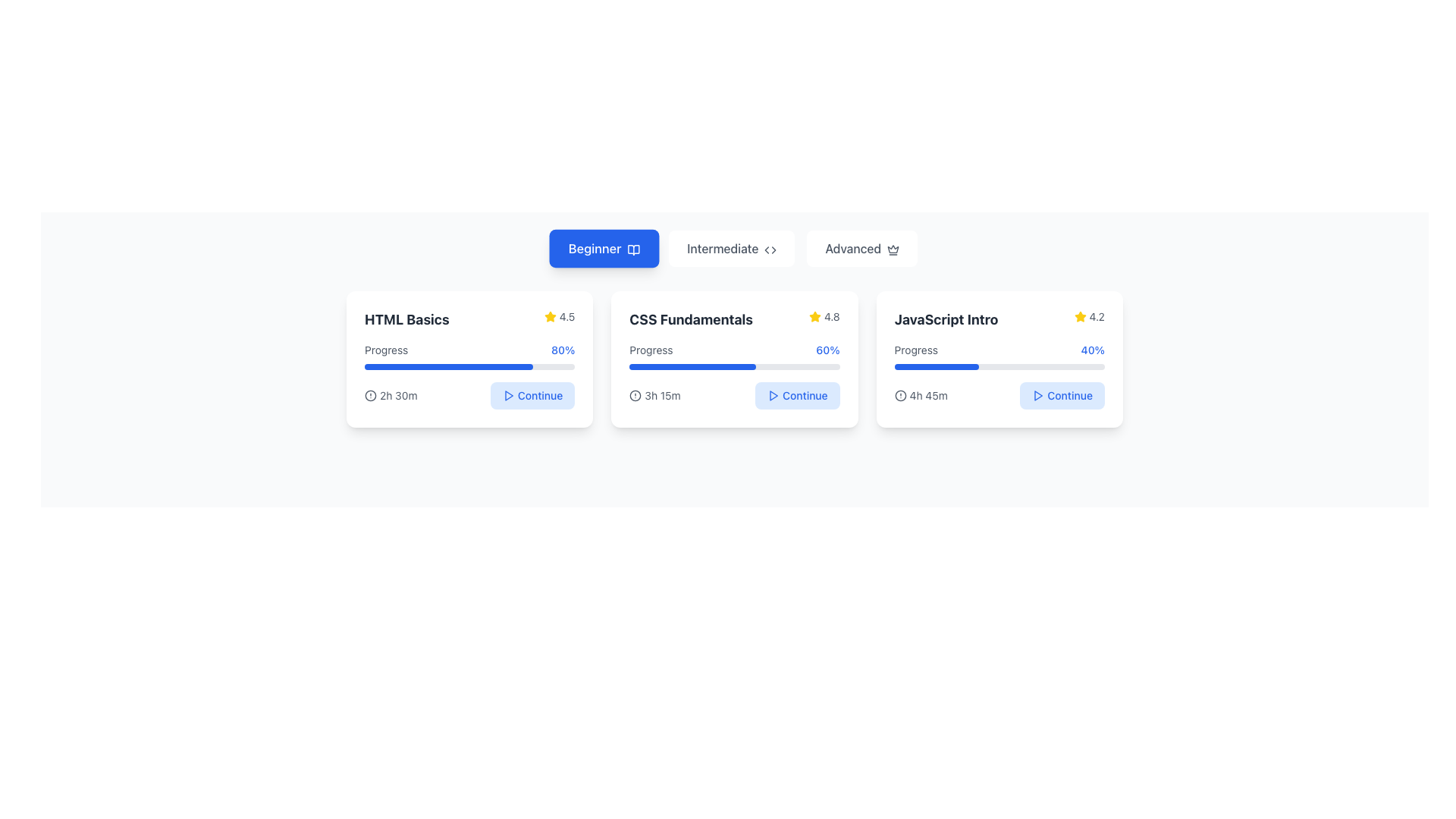 This screenshot has width=1456, height=819. I want to click on the Rating display element that consists of a yellow star icon and a text label showing '4.5', located in the upper-right corner of the 'HTML Basics' card beneath the 'Beginner' tab, so click(559, 315).